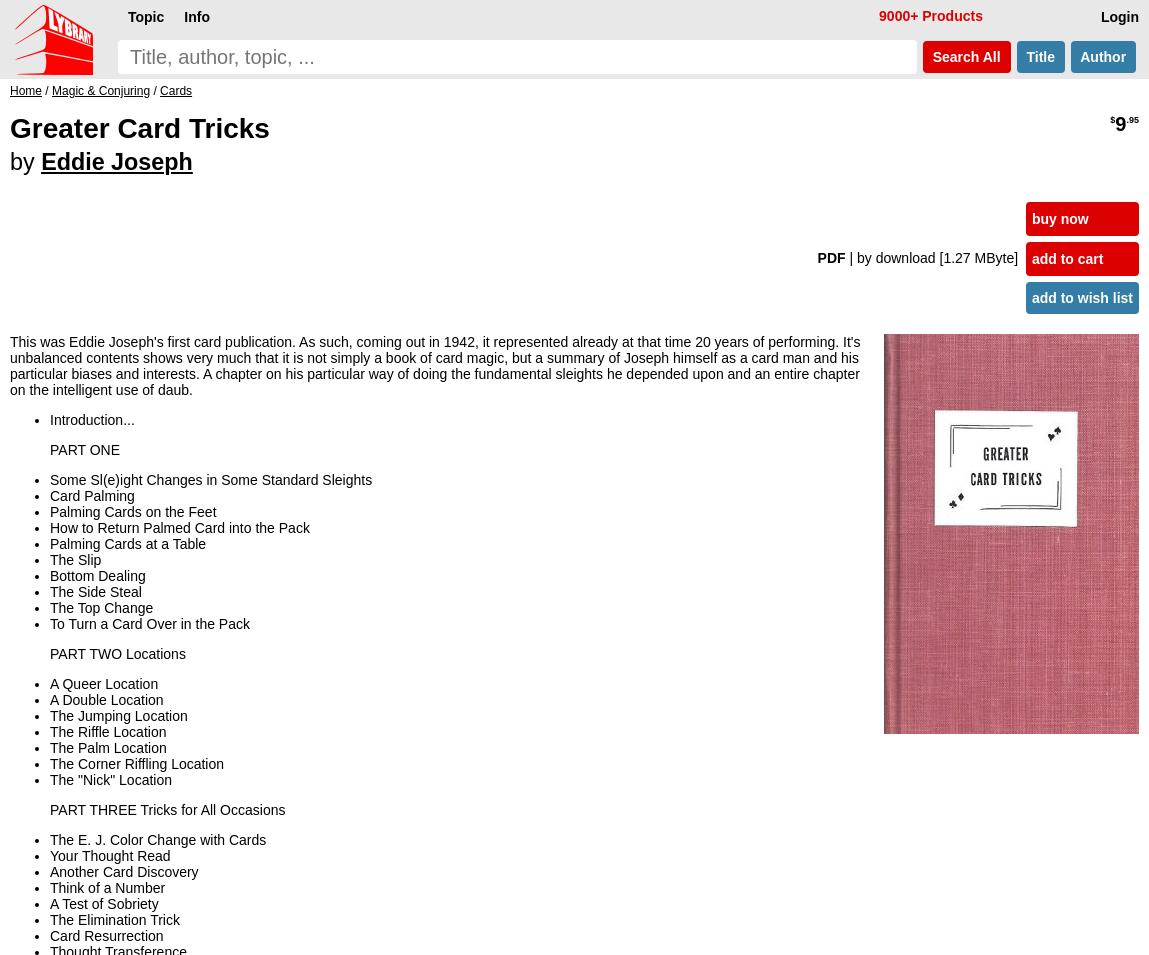  Describe the element at coordinates (178, 528) in the screenshot. I see `'How to Return Palmed Card into the Pack'` at that location.